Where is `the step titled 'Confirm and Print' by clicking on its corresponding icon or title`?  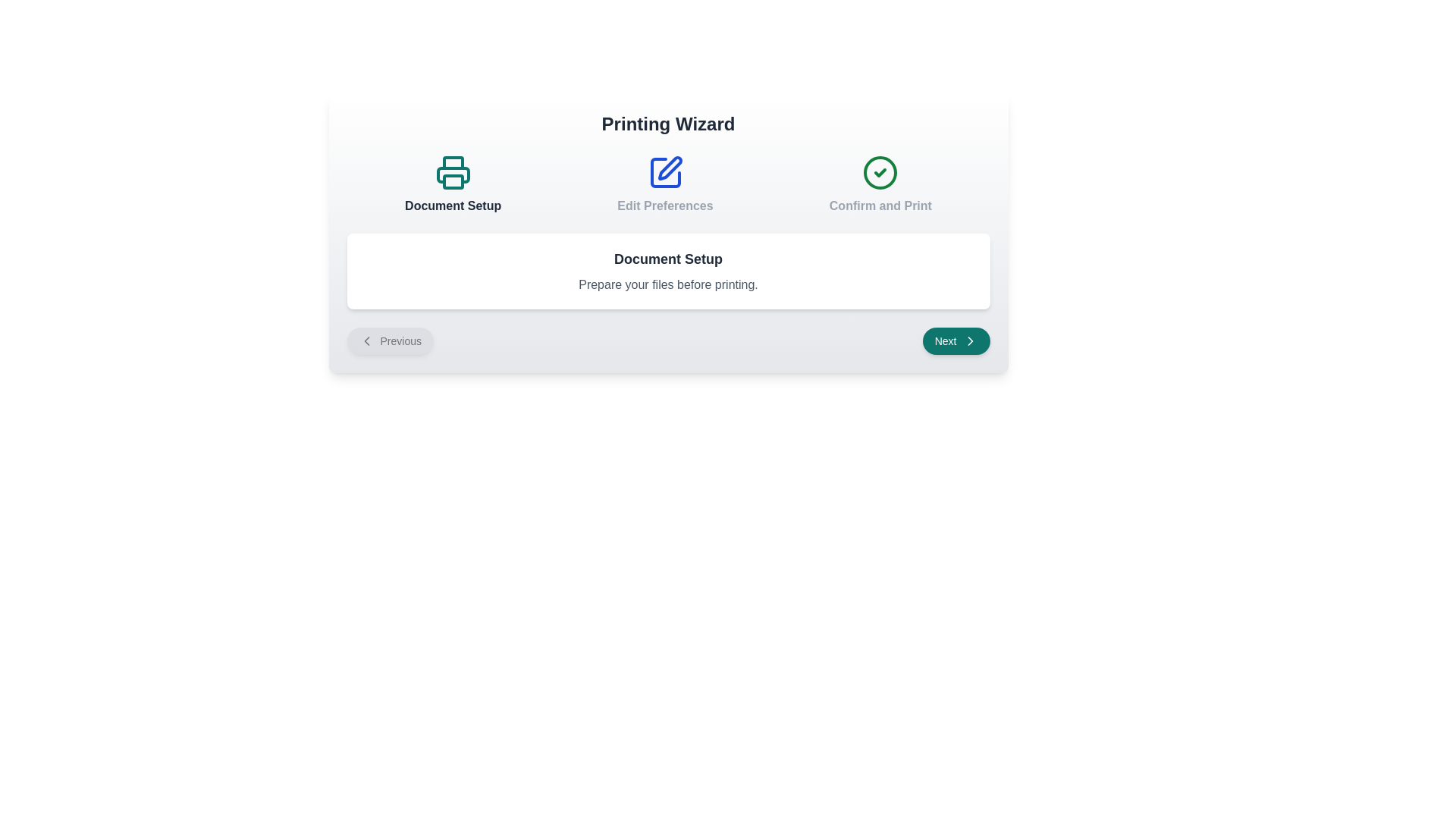
the step titled 'Confirm and Print' by clicking on its corresponding icon or title is located at coordinates (880, 184).